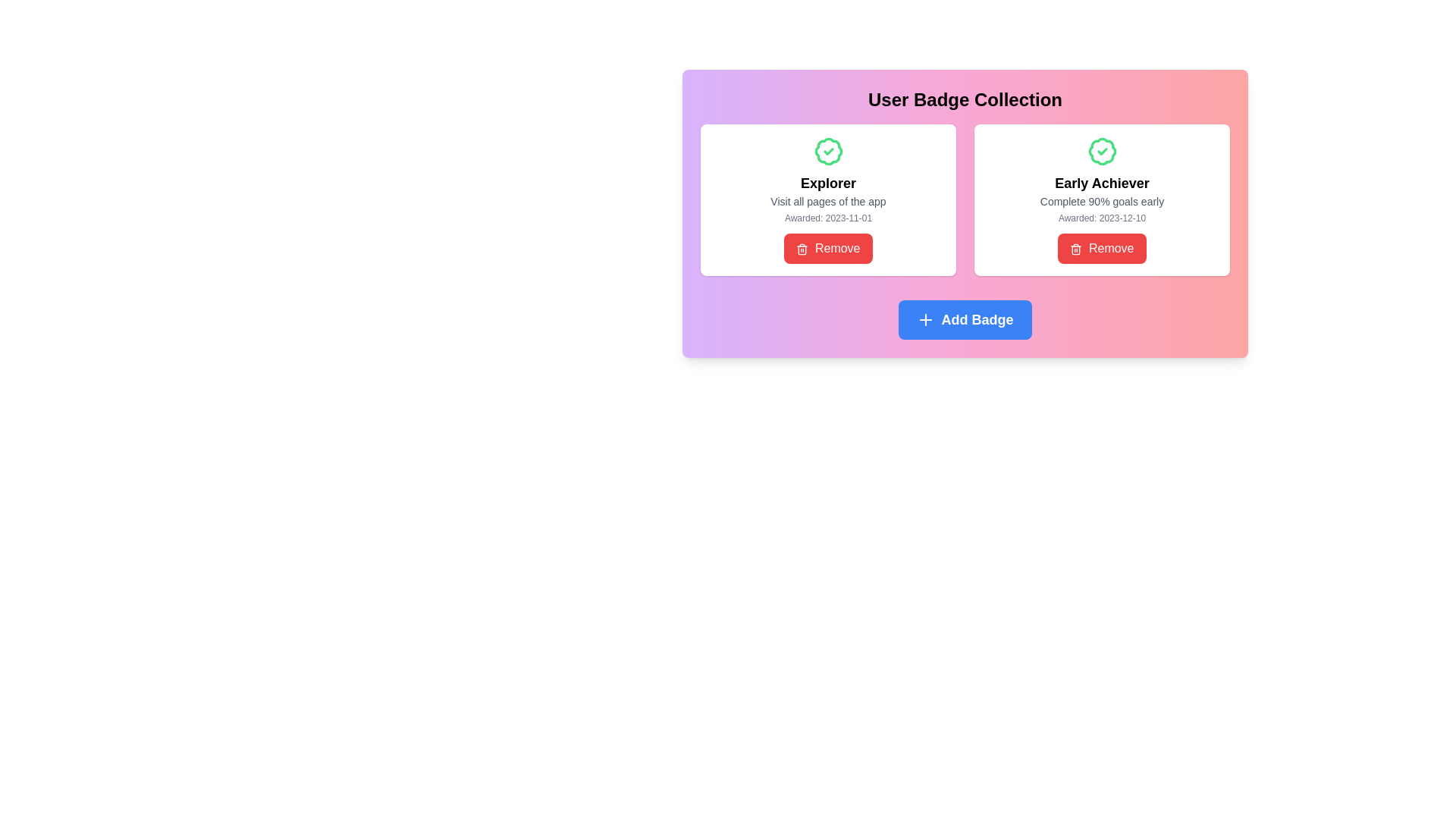 The width and height of the screenshot is (1456, 819). I want to click on the 'Early Achiever' badge icon located in the second badge position, above its textual content, so click(1102, 152).